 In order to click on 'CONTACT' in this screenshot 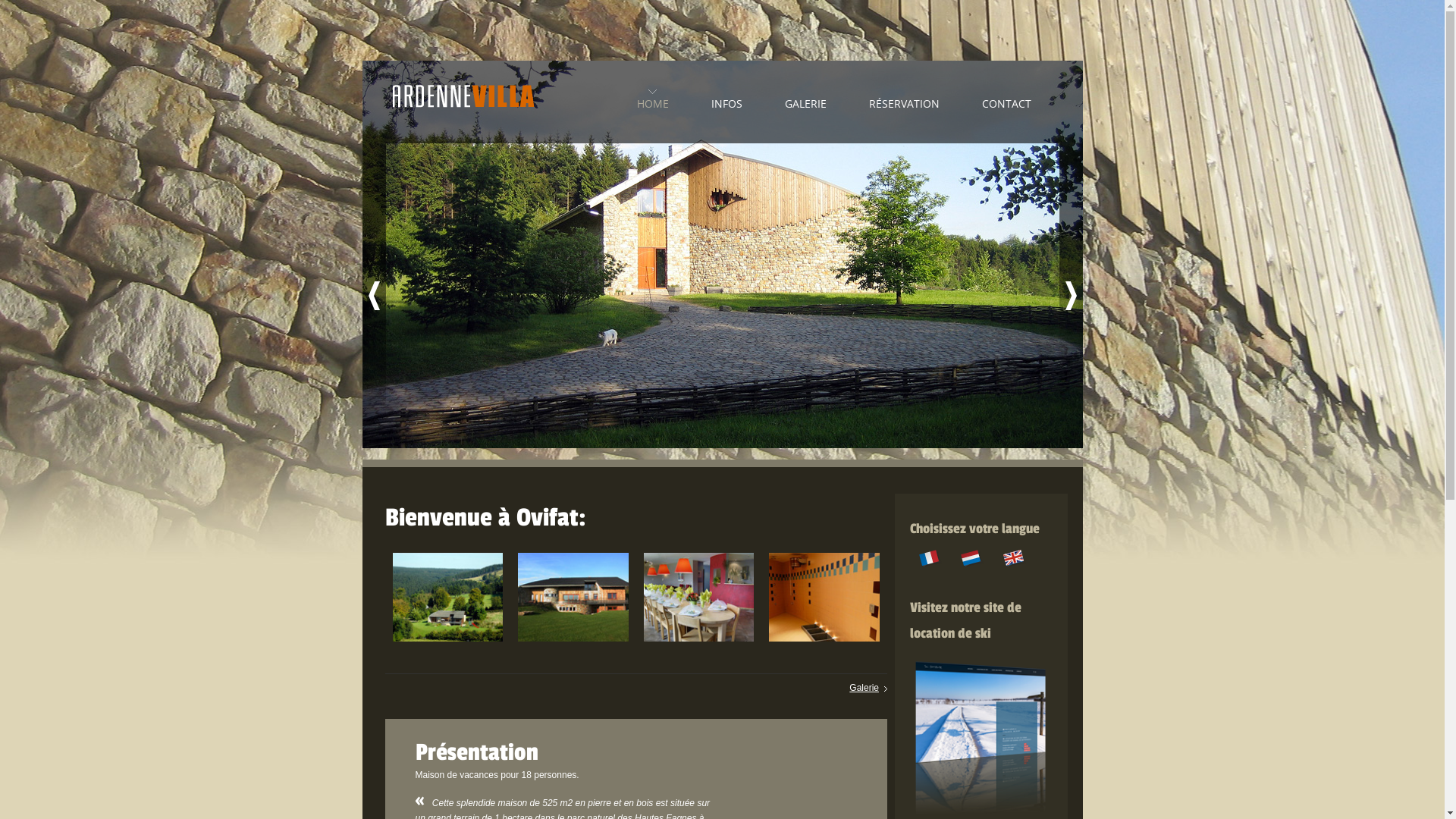, I will do `click(1006, 99)`.